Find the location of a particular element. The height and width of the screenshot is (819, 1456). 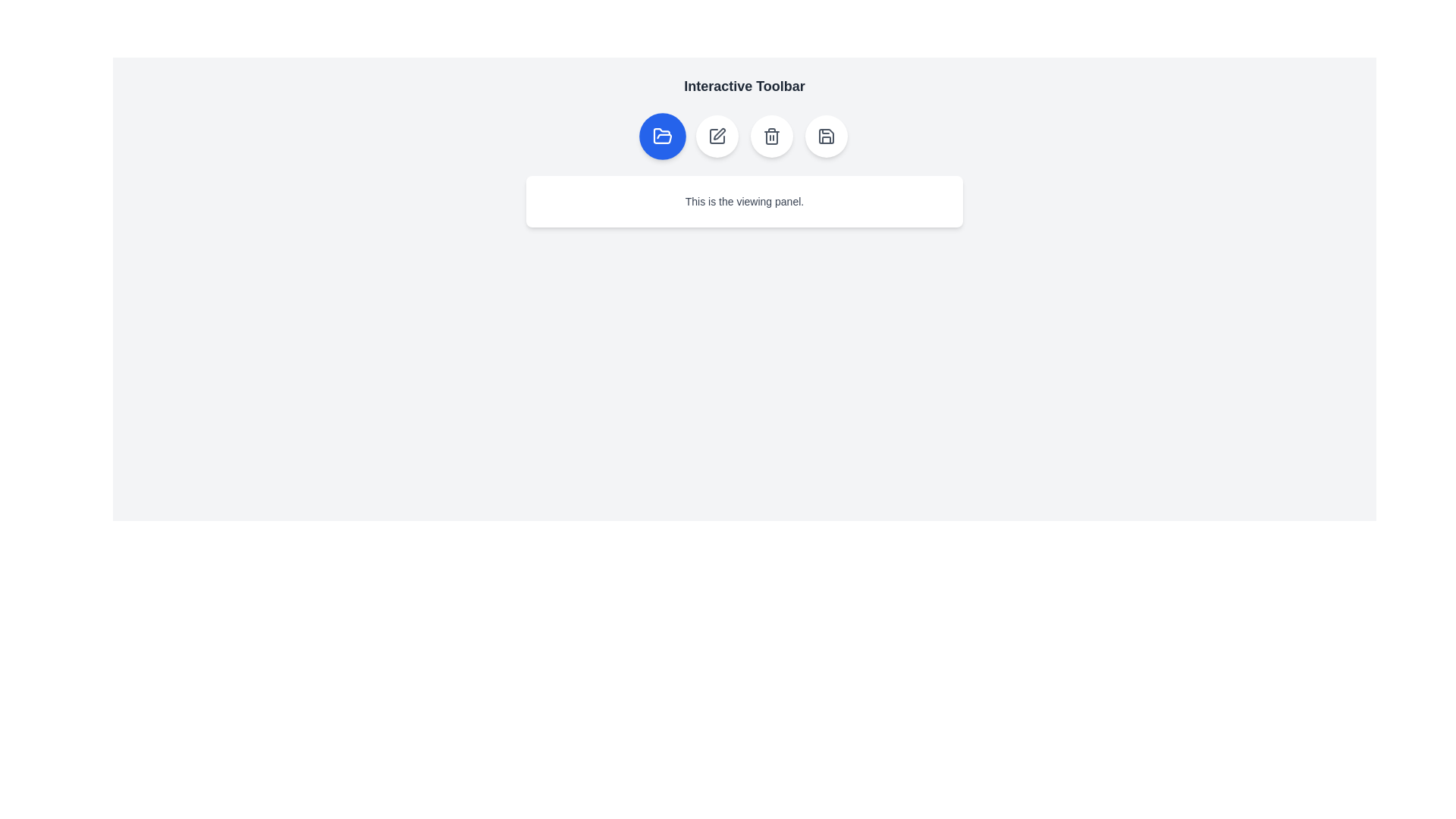

the Informational Panel with the text 'This is the viewing panel.' which is centrally located below the Interactive Toolbar and above the circular action buttons is located at coordinates (745, 201).